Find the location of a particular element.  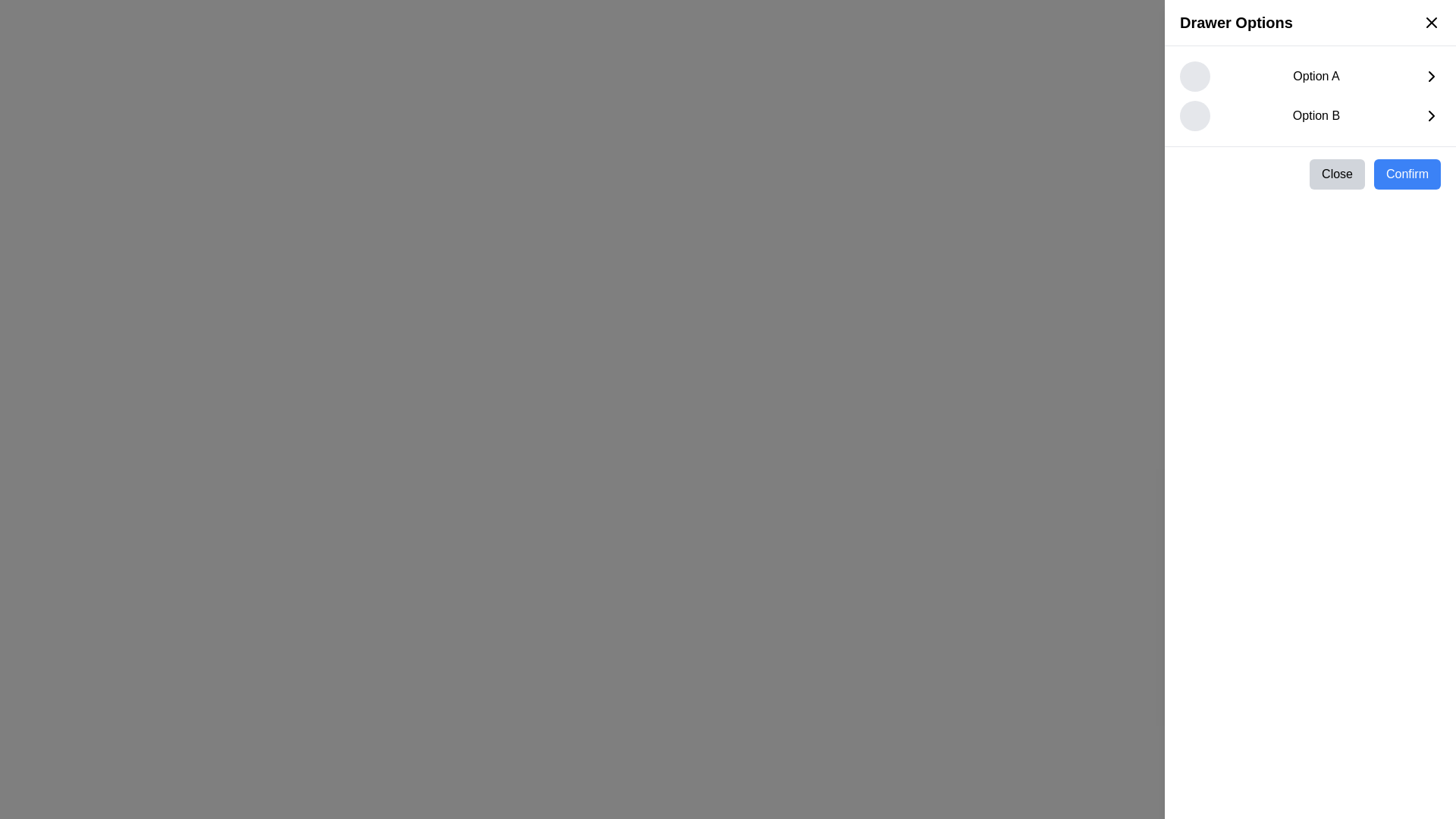

bold and prominent static text label stating 'Drawer Options' located at the top-left corner of the side drawer interface is located at coordinates (1236, 23).